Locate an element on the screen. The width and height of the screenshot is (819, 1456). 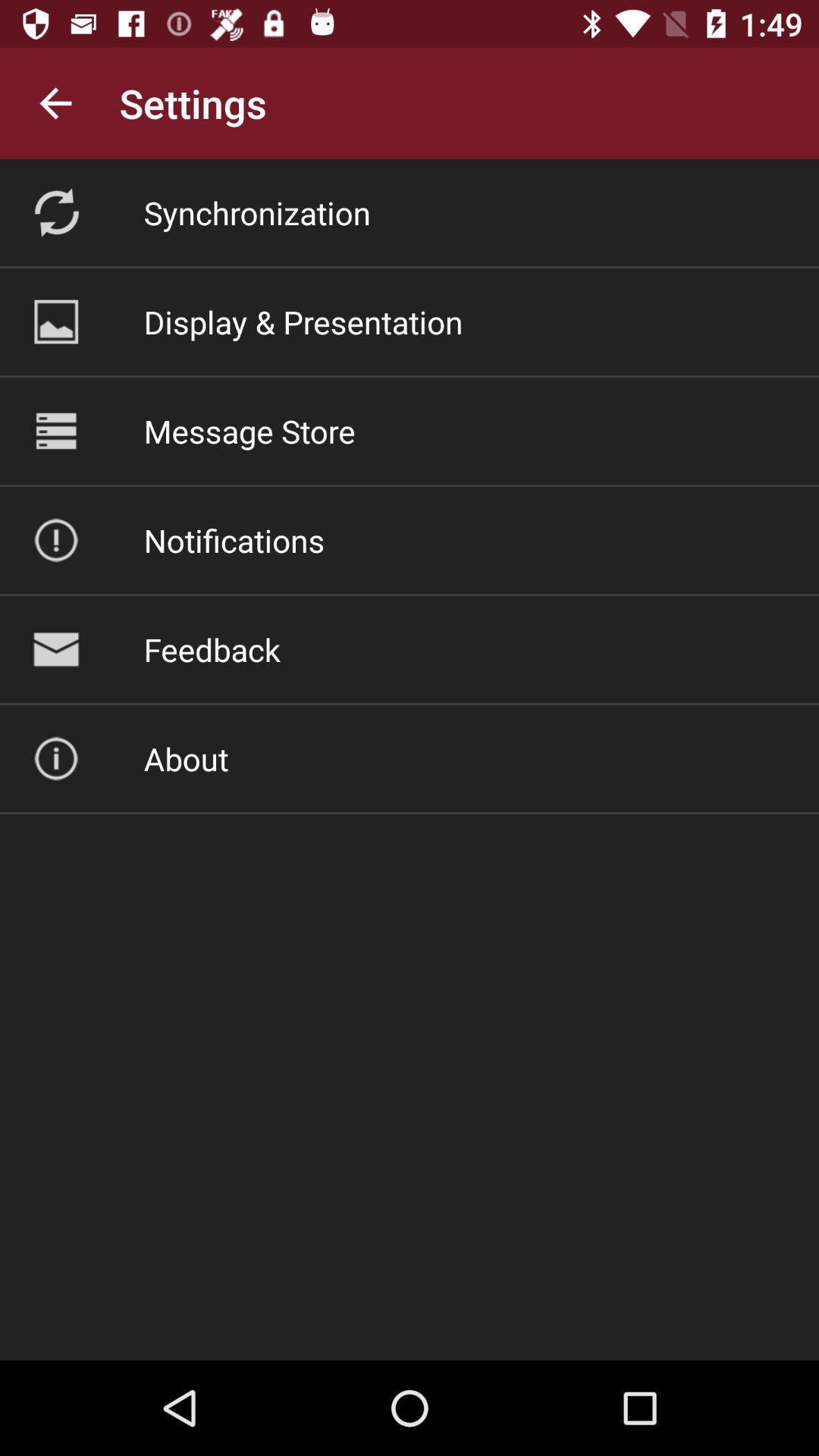
the message store is located at coordinates (249, 430).